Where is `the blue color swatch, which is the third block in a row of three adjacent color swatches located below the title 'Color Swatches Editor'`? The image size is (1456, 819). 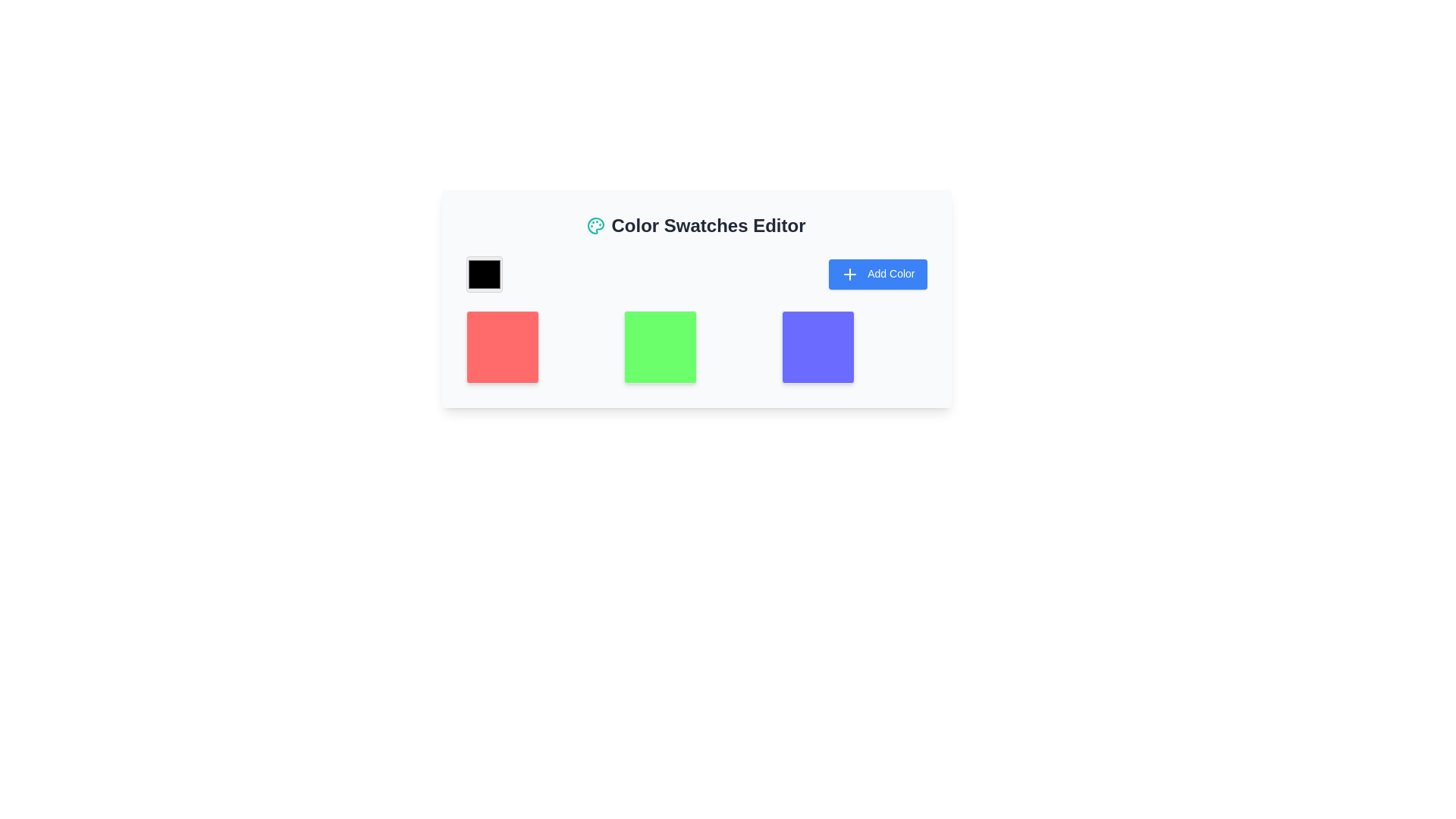
the blue color swatch, which is the third block in a row of three adjacent color swatches located below the title 'Color Swatches Editor' is located at coordinates (854, 347).